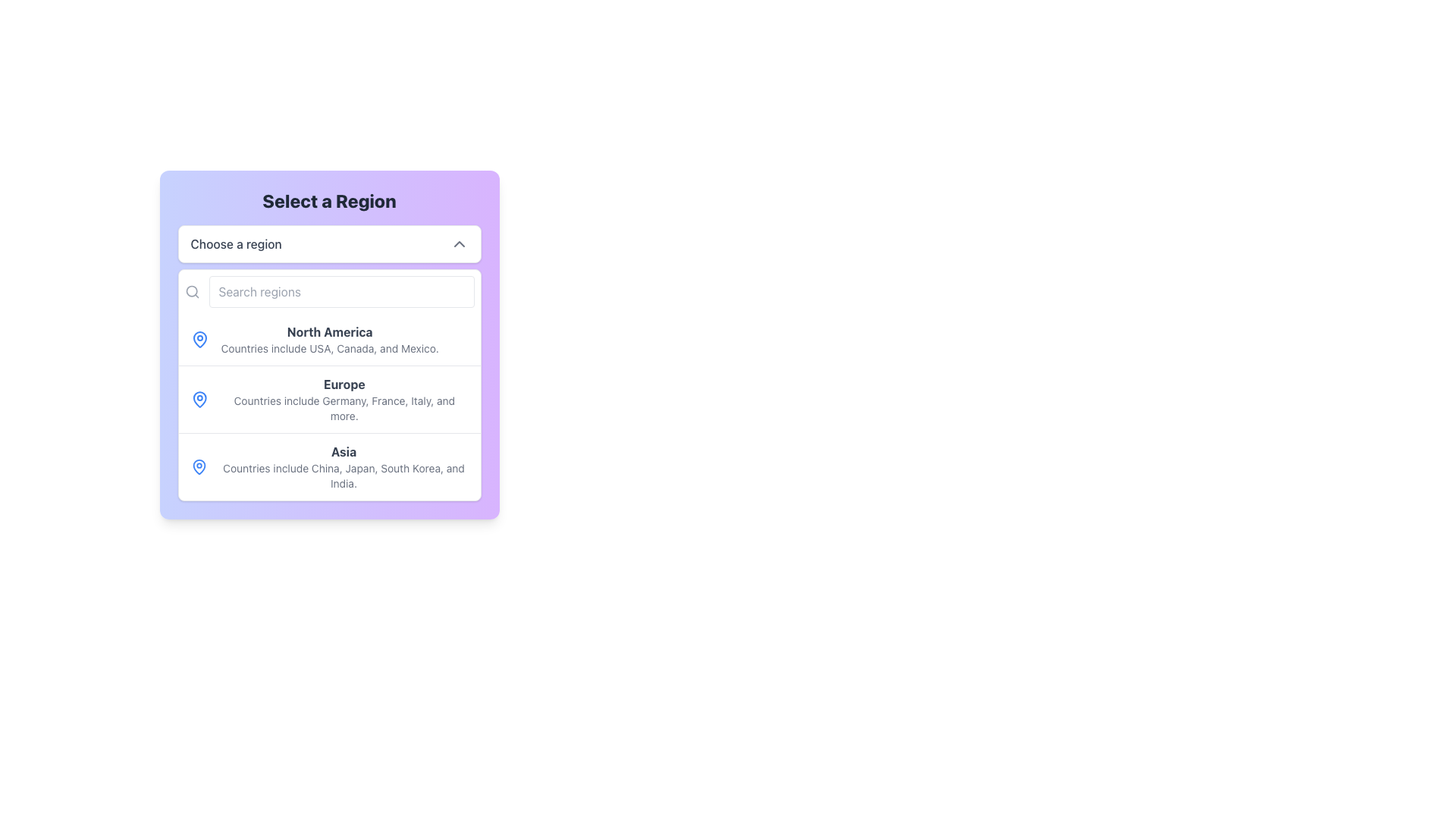 The width and height of the screenshot is (1456, 819). Describe the element at coordinates (343, 475) in the screenshot. I see `descriptive text label below the bold 'Asia' text, which describes the countries in Asia: 'Countries include China, Japan, South Korea, and India.'` at that location.